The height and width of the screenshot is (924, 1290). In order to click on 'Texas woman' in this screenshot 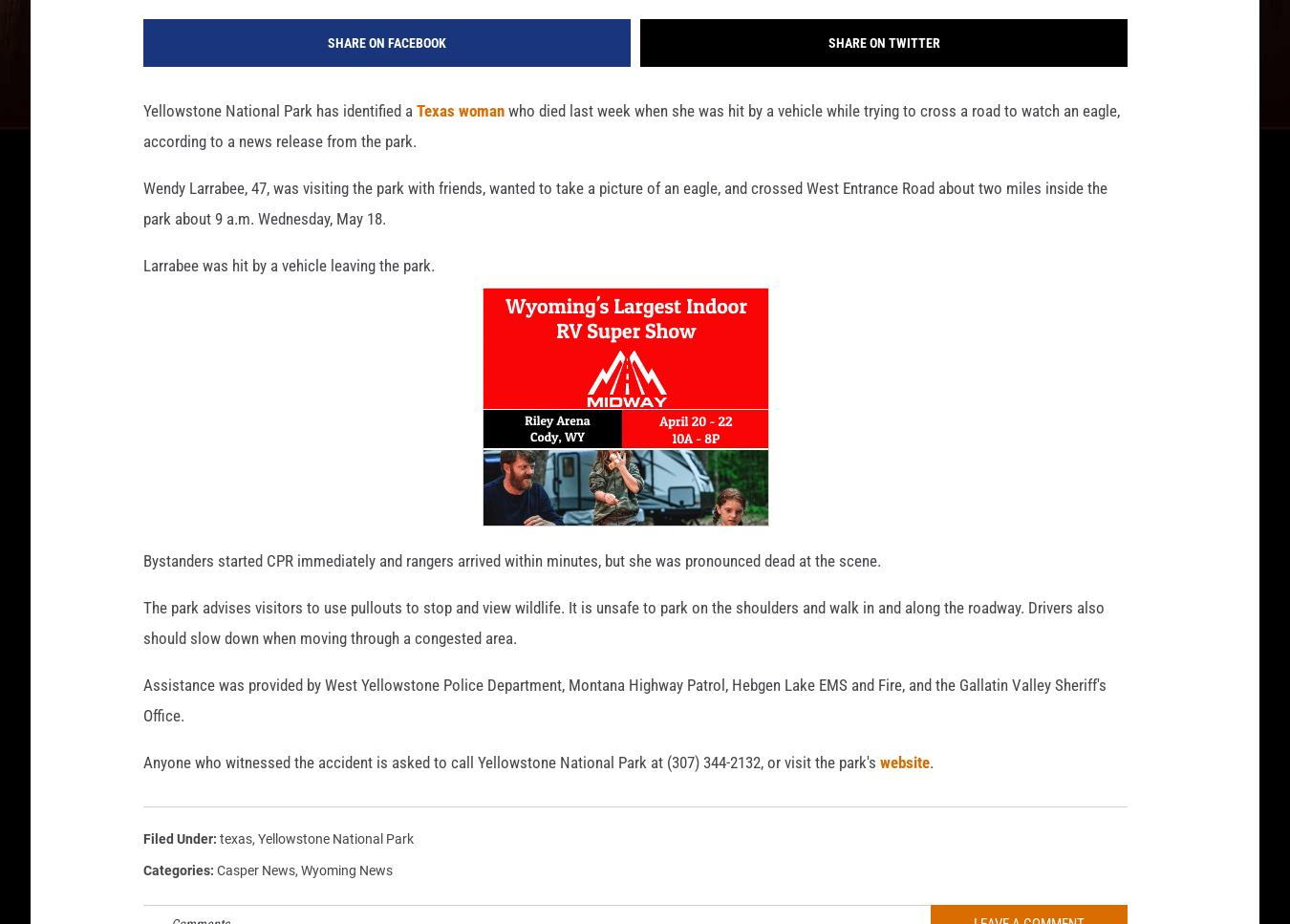, I will do `click(417, 140)`.